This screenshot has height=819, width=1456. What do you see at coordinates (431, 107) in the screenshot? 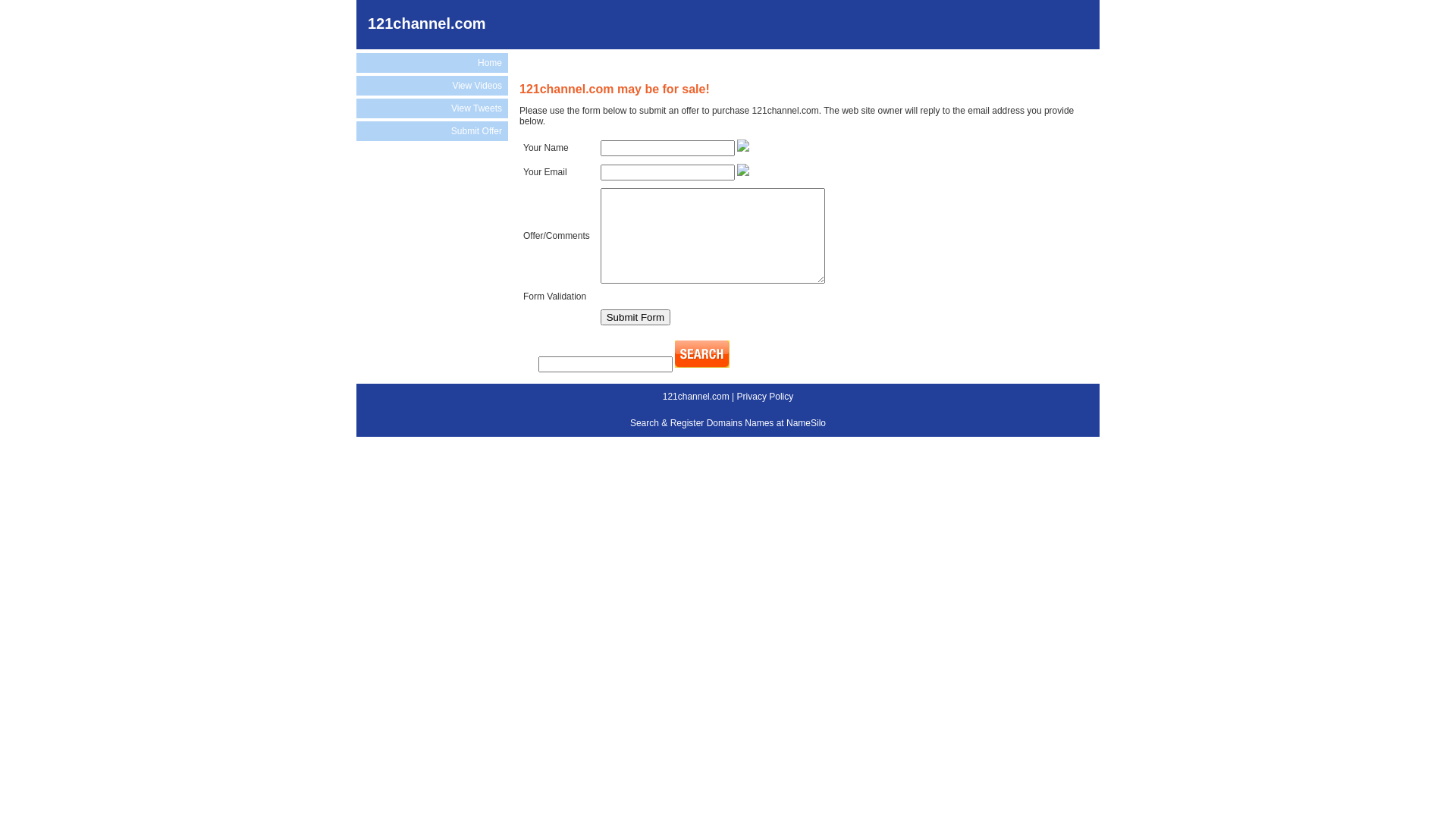
I see `'View Tweets'` at bounding box center [431, 107].